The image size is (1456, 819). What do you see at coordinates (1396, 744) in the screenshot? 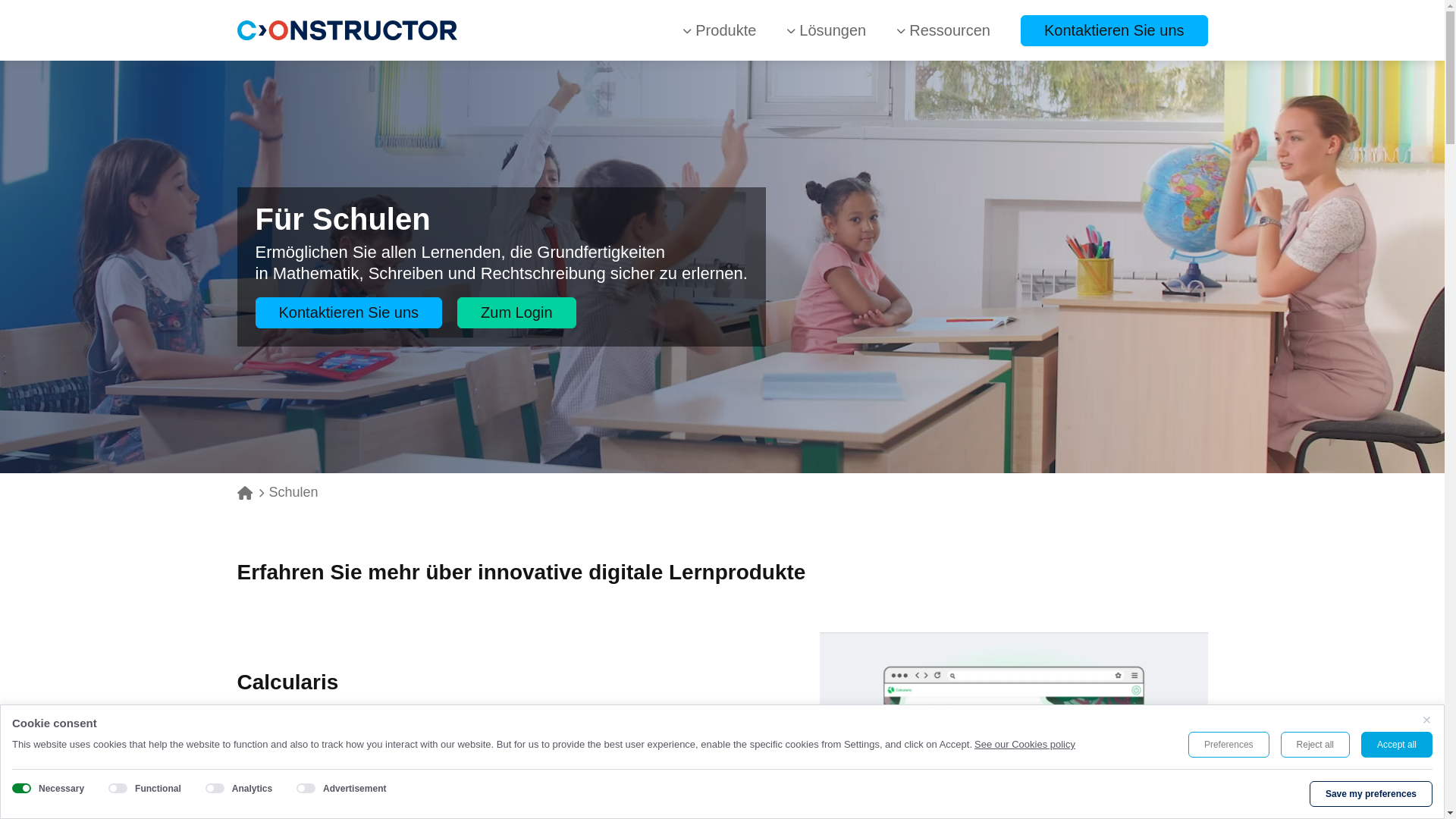
I see `'Accept all'` at bounding box center [1396, 744].